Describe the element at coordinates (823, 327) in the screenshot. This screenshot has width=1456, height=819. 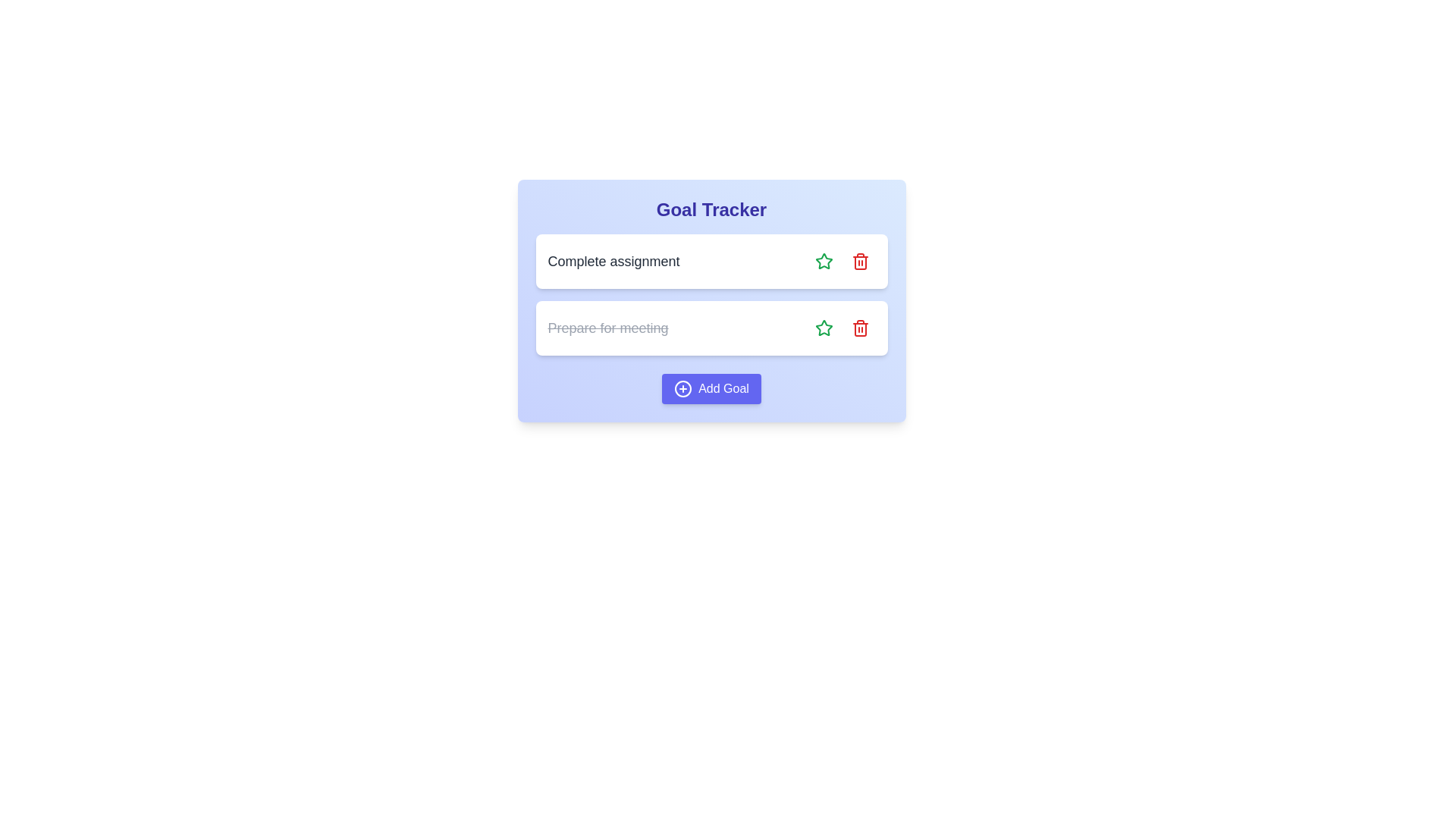
I see `the green star-shaped icon with an outlined design, located to the right of the 'Complete assignment' text` at that location.